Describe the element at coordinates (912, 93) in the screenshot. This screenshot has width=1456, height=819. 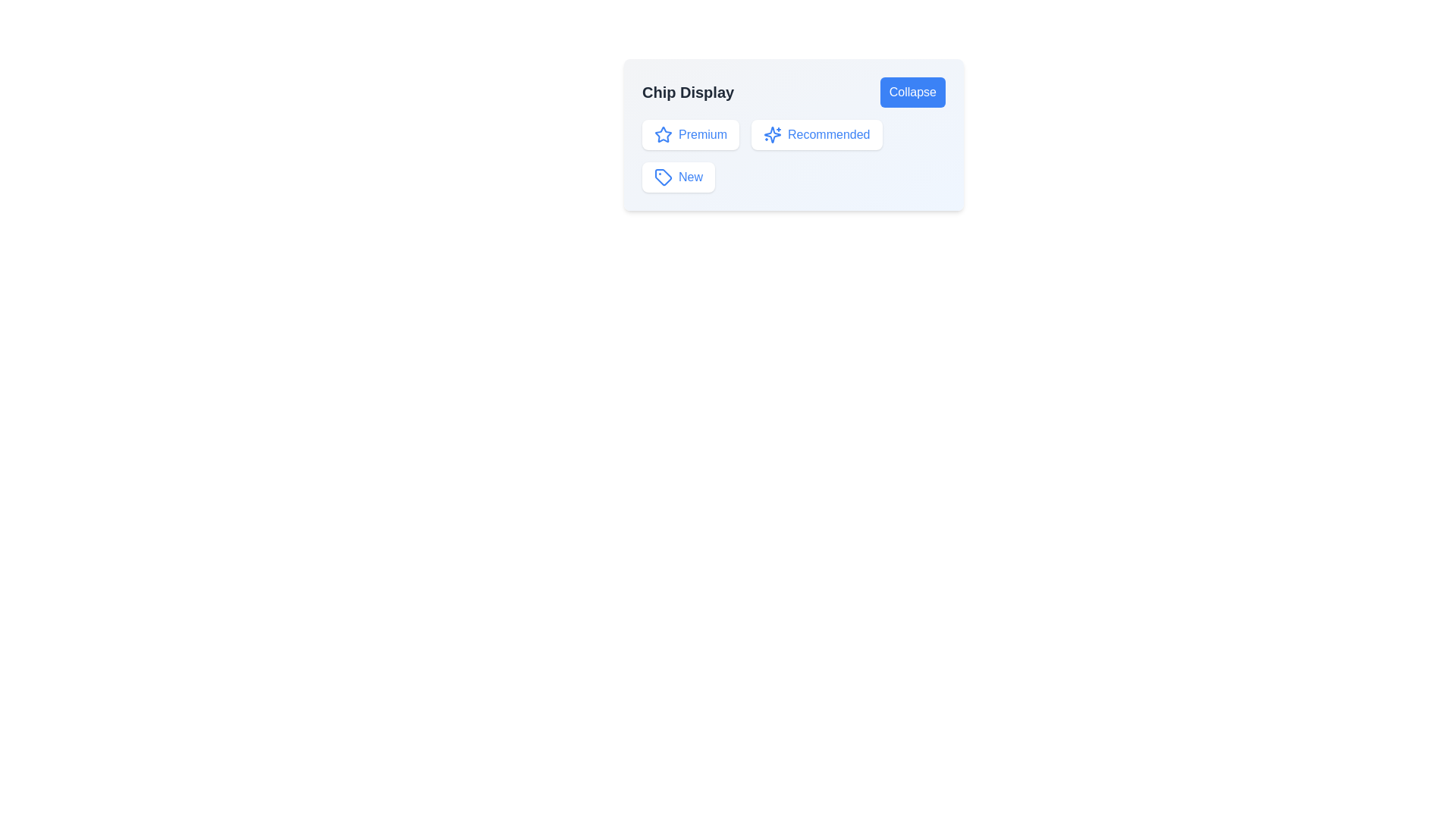
I see `the 'Collapse' button to toggle the chip display` at that location.